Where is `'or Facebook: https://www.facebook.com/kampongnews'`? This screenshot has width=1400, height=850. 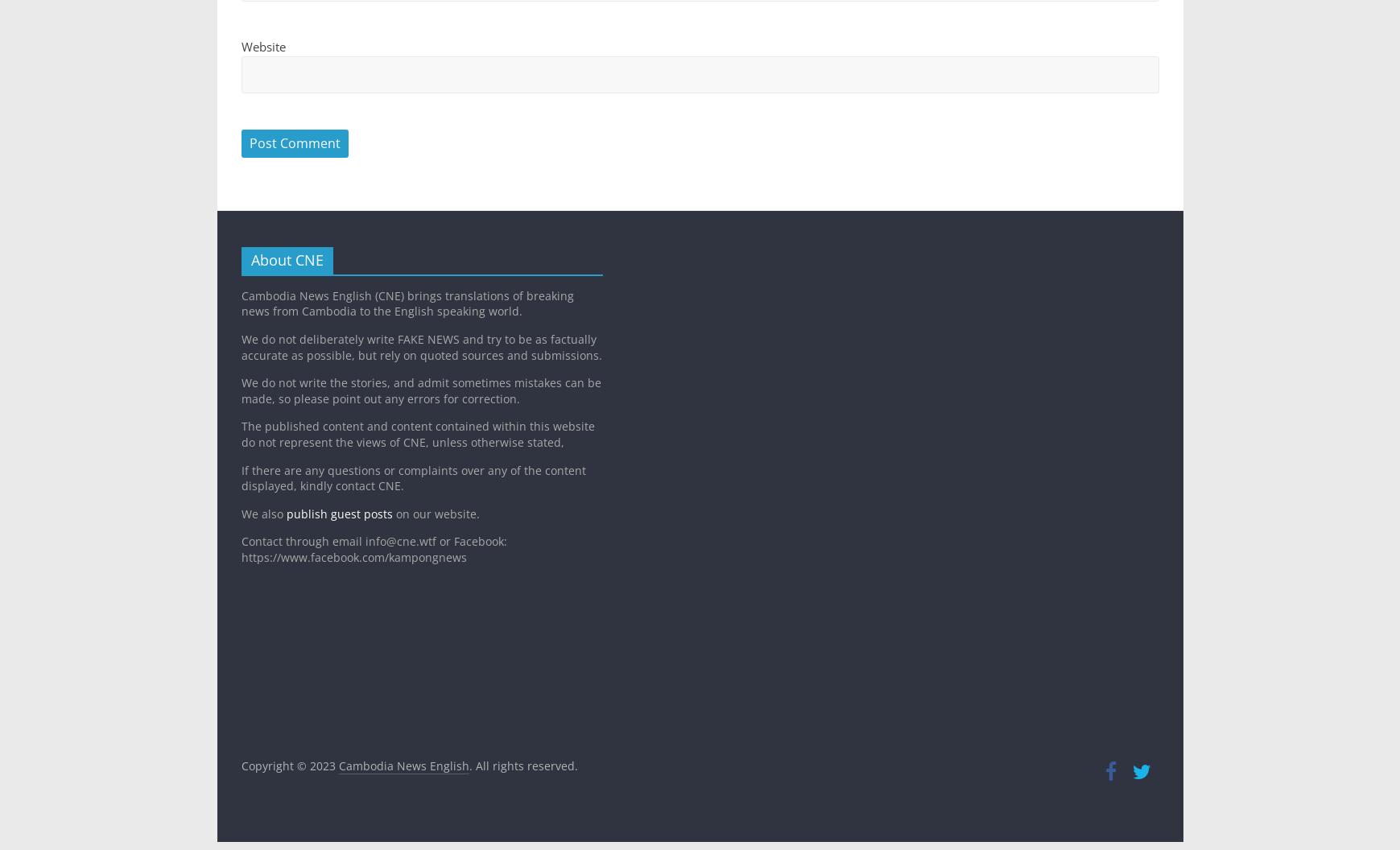
'or Facebook: https://www.facebook.com/kampongnews' is located at coordinates (373, 548).